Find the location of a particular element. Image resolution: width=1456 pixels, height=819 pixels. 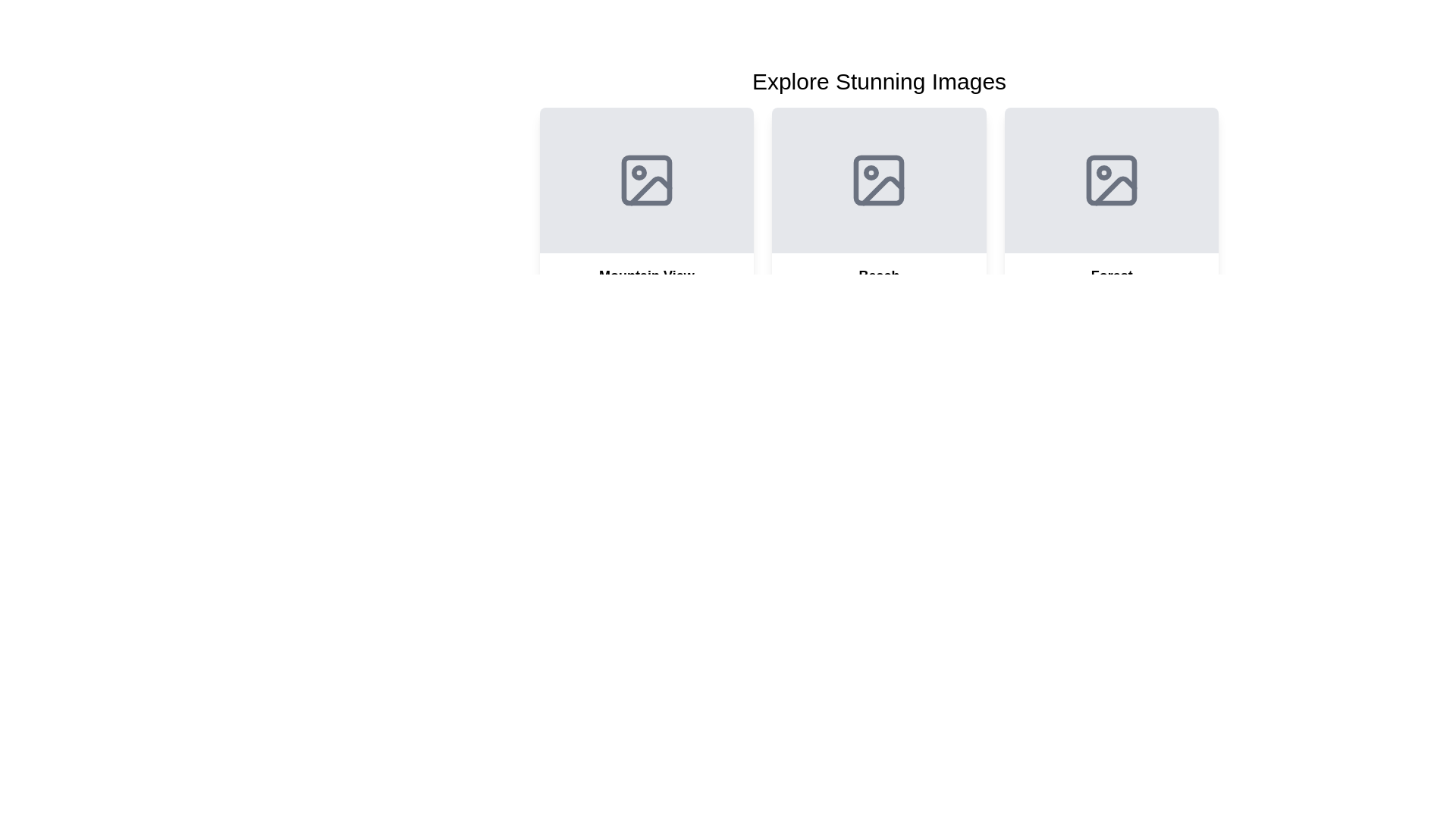

the first image placeholder element with a light gray background and an image outline icon is located at coordinates (646, 180).